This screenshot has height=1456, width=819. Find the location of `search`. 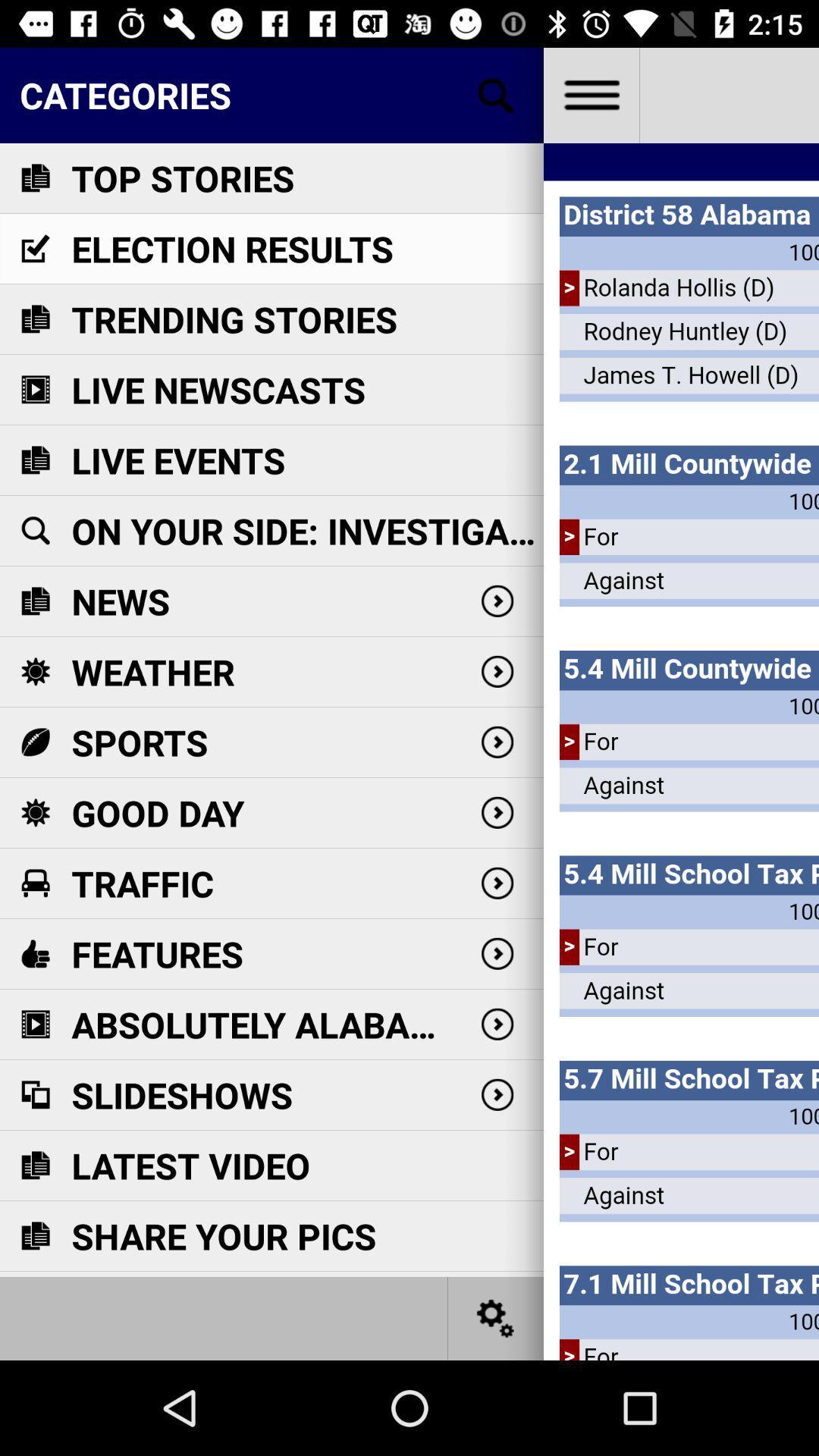

search is located at coordinates (496, 94).